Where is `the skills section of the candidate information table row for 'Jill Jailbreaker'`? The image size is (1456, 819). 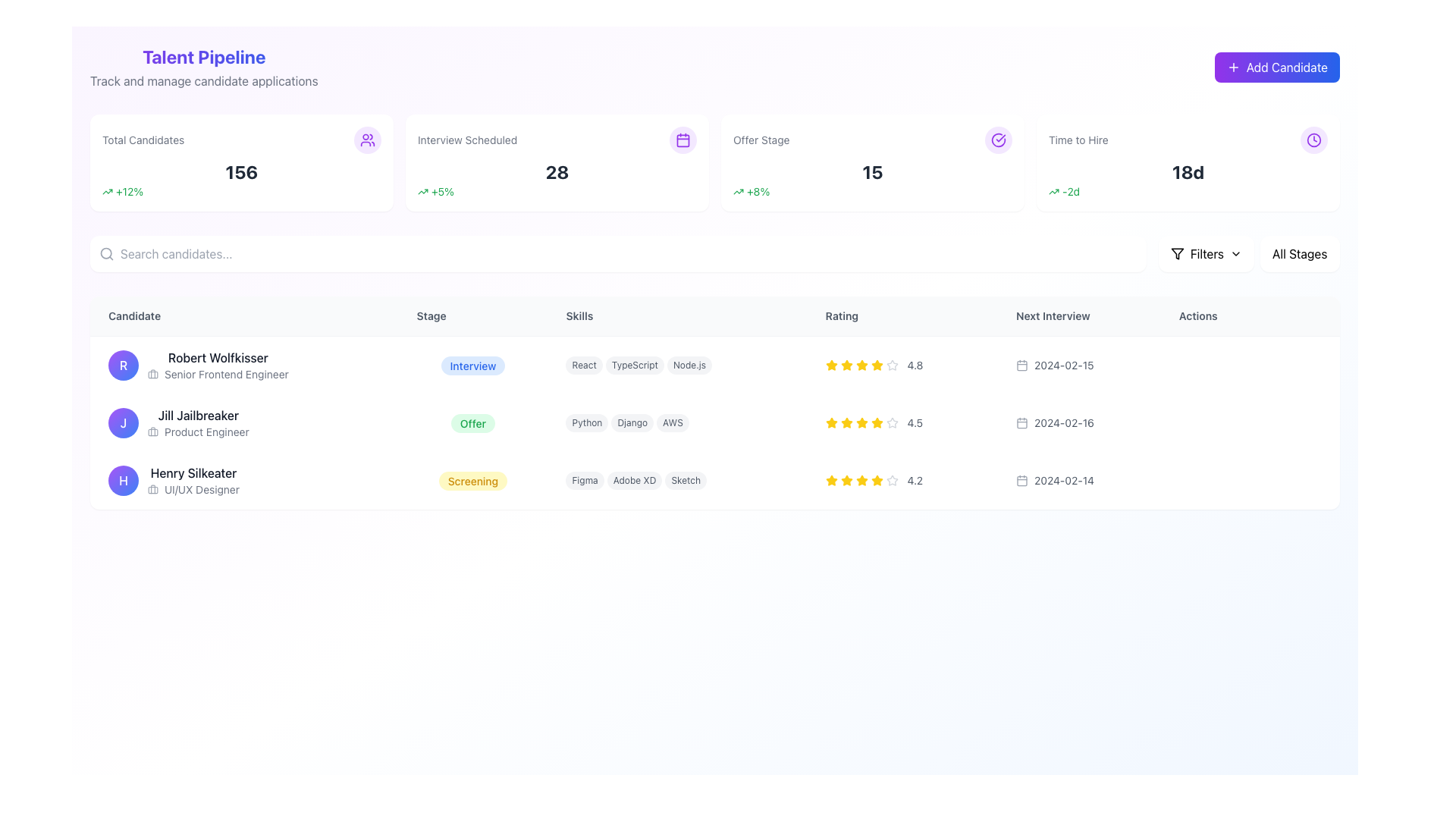 the skills section of the candidate information table row for 'Jill Jailbreaker' is located at coordinates (714, 423).